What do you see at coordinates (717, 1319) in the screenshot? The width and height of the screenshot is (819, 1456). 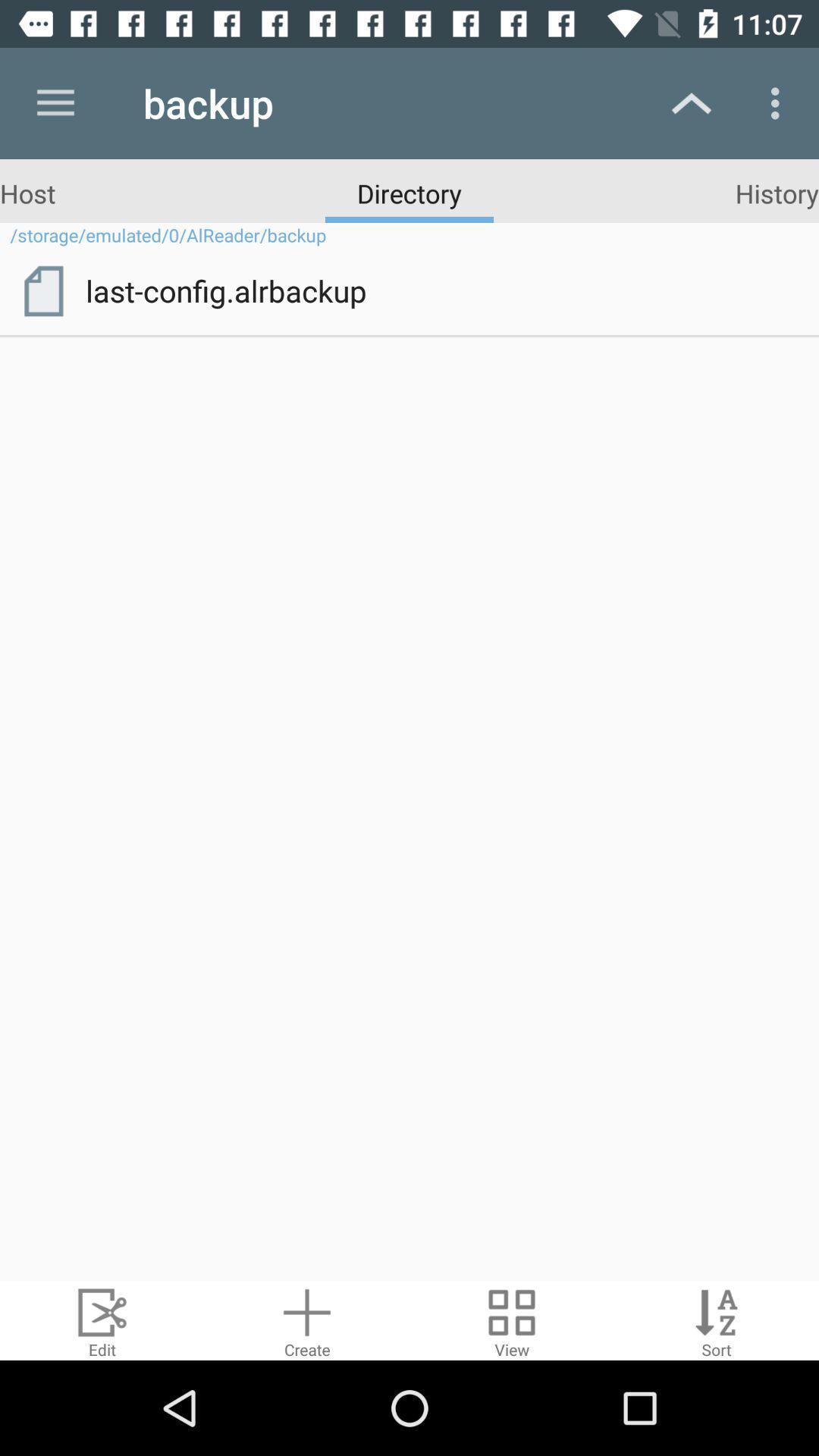 I see `text` at bounding box center [717, 1319].